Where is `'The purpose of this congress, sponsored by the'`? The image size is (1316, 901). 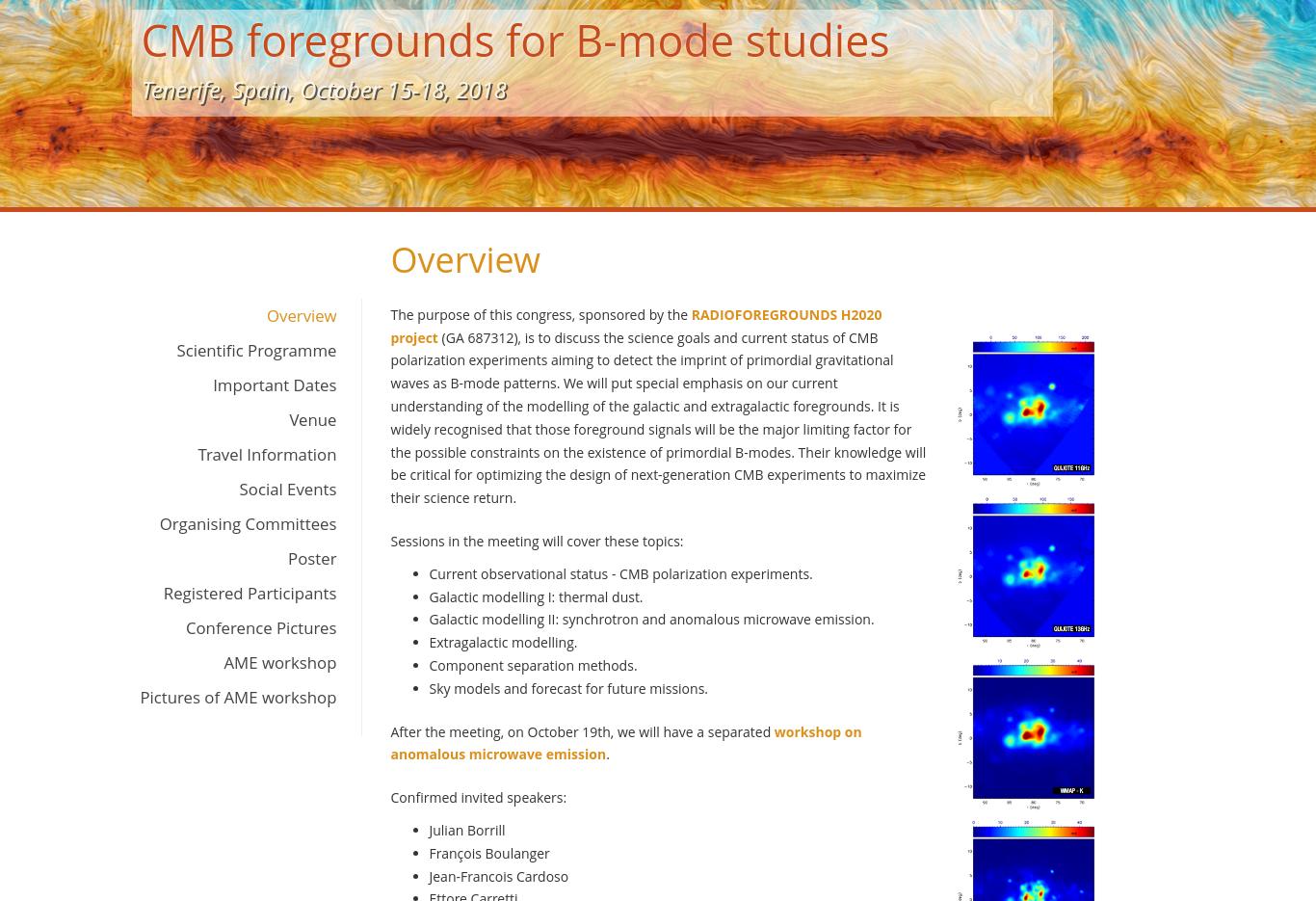
'The purpose of this congress, sponsored by the' is located at coordinates (540, 313).